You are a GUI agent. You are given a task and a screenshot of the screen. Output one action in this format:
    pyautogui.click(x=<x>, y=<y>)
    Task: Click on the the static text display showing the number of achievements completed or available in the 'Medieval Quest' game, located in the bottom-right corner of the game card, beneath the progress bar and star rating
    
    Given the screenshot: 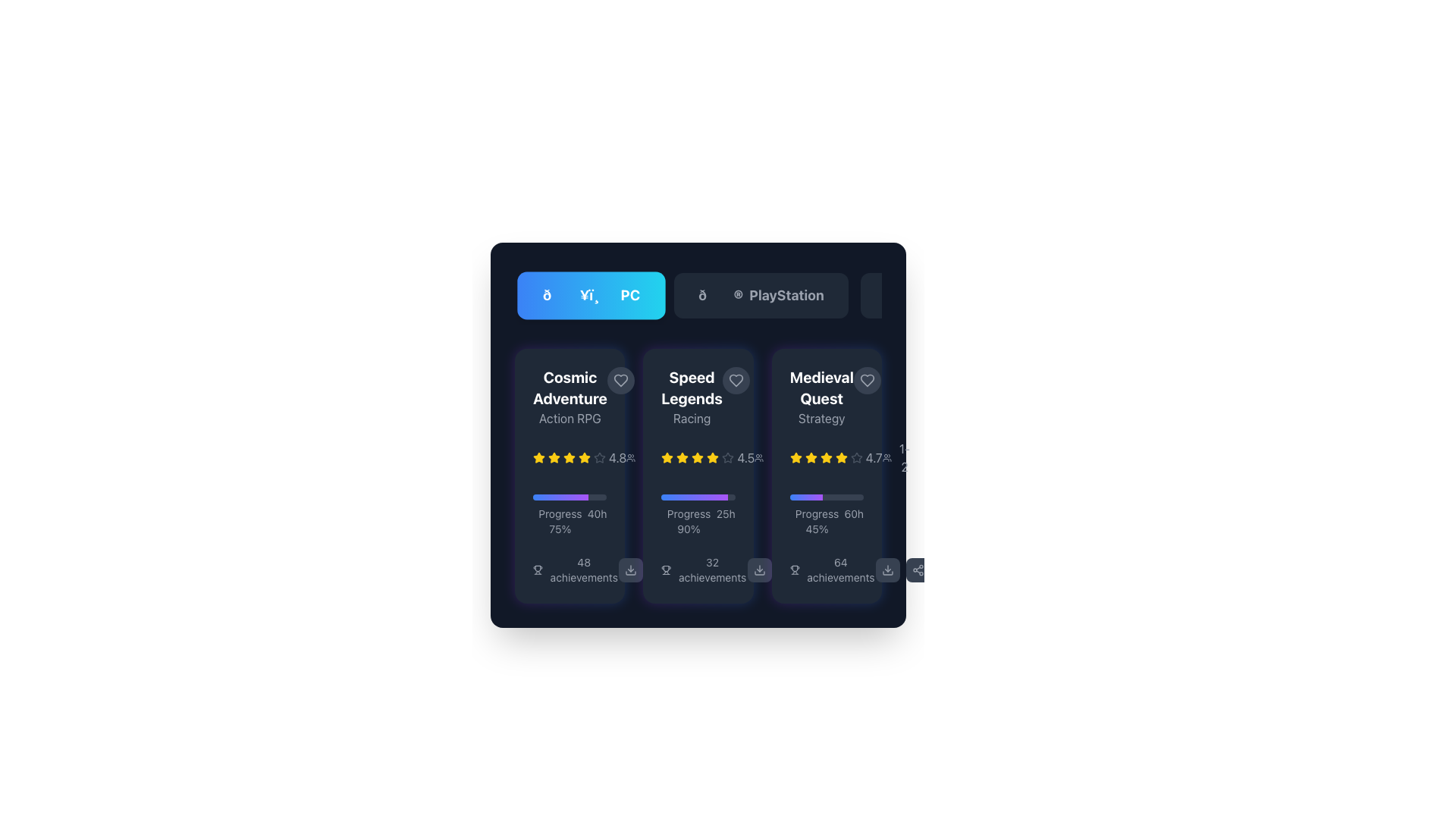 What is the action you would take?
    pyautogui.click(x=839, y=570)
    